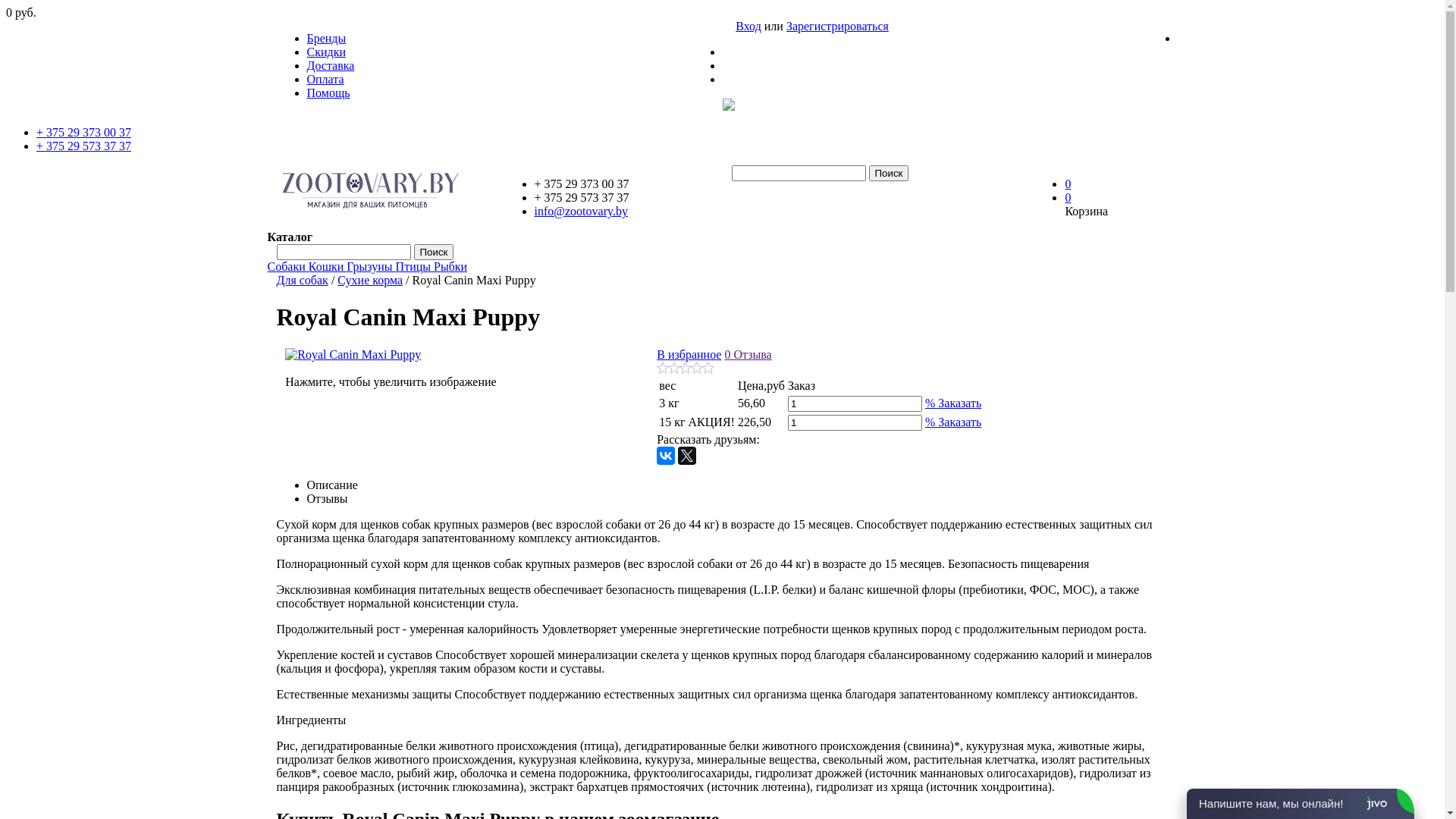 The width and height of the screenshot is (1456, 819). I want to click on 'Twitter', so click(686, 455).